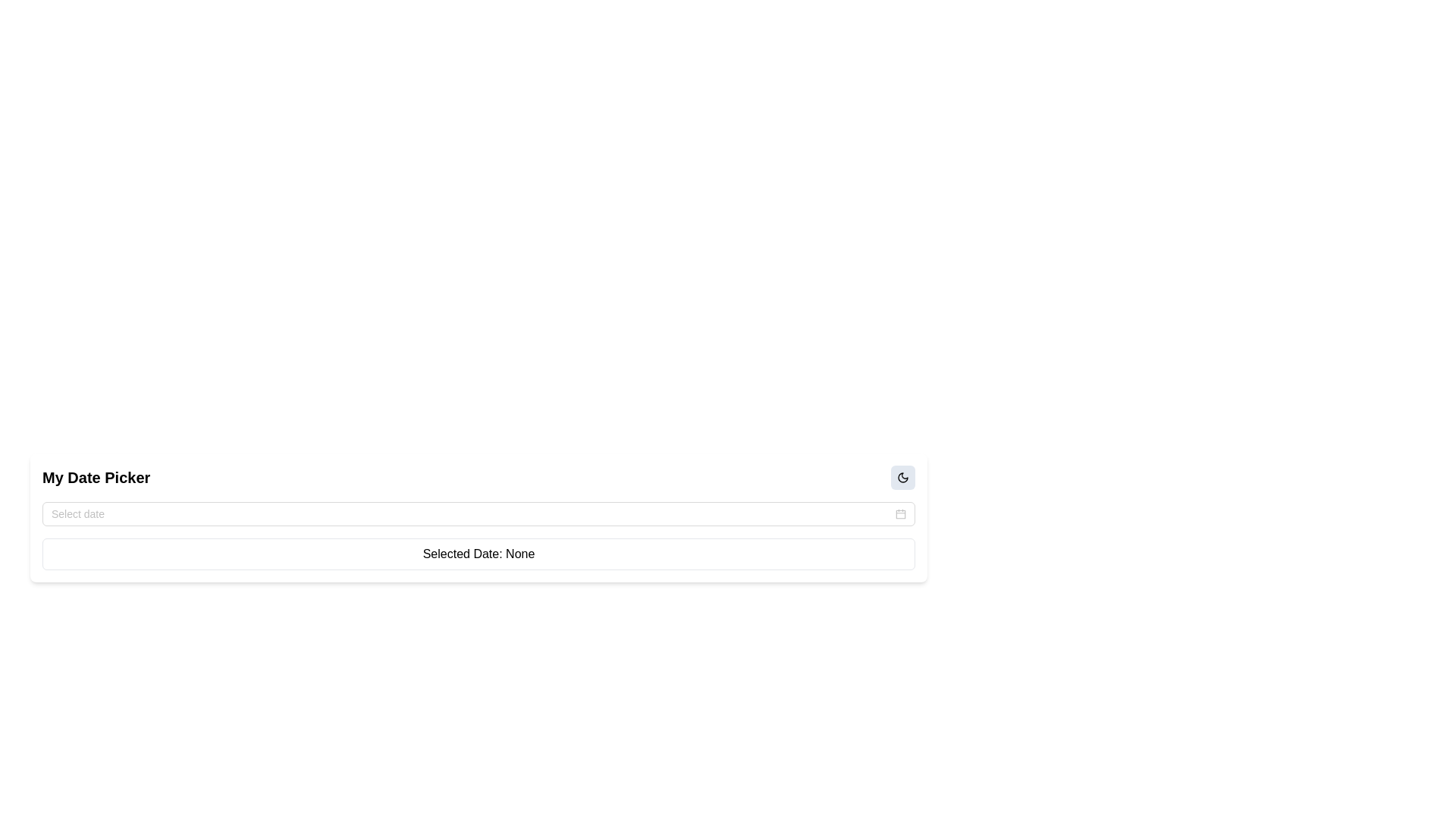 The height and width of the screenshot is (819, 1456). What do you see at coordinates (478, 554) in the screenshot?
I see `the text label that displays the currently selected date or indicates 'None' in the 'My Date Picker' panel` at bounding box center [478, 554].